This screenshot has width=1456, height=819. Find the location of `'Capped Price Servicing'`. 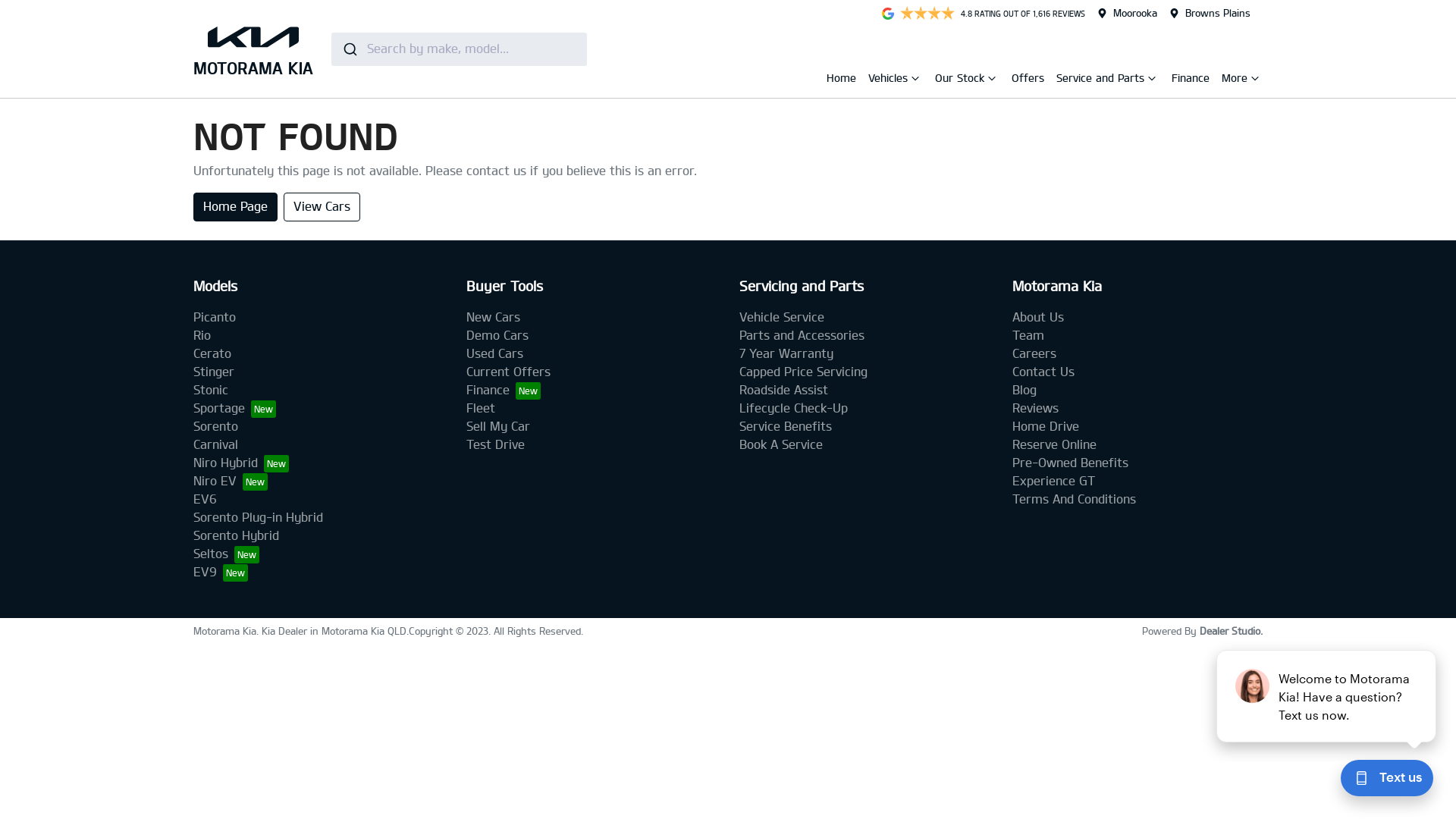

'Capped Price Servicing' is located at coordinates (802, 372).